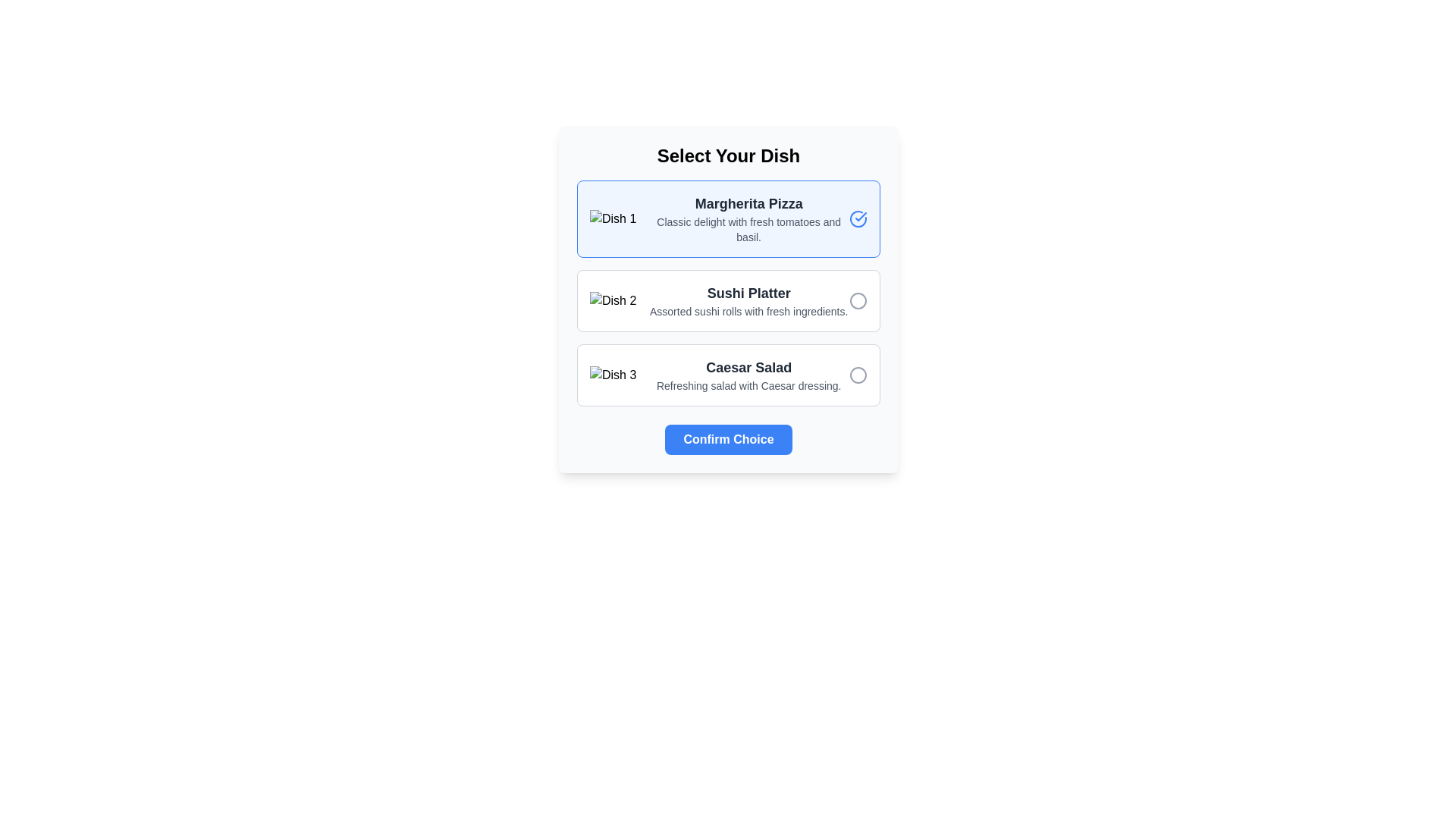  What do you see at coordinates (861, 216) in the screenshot?
I see `the checkmark SVG element that indicates the selection of 'Margherita Pizza', located at the top-right corner of its selection card` at bounding box center [861, 216].